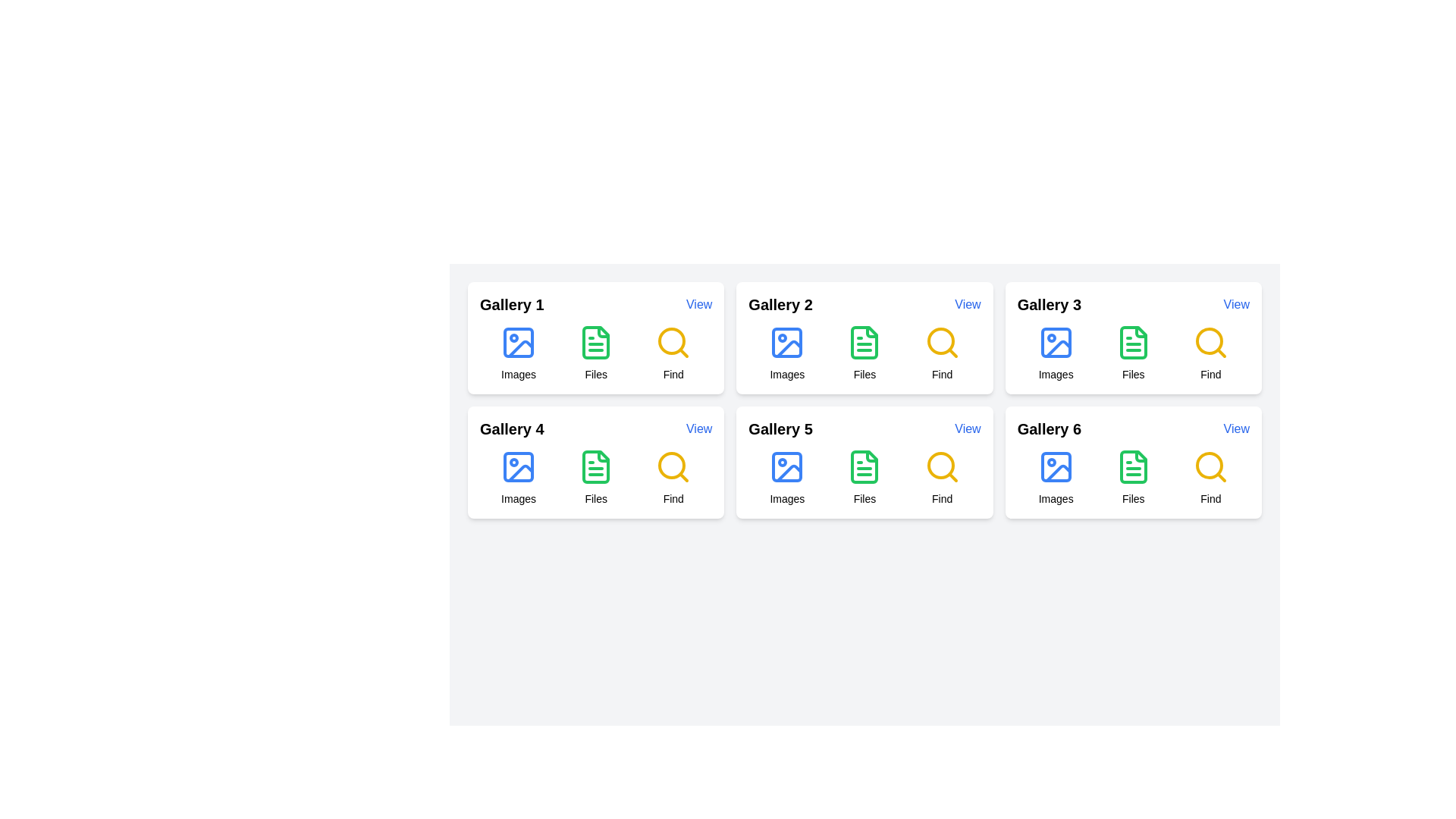  I want to click on the search icon located in the lower right corner of the 'Gallery 5' card, so click(941, 466).